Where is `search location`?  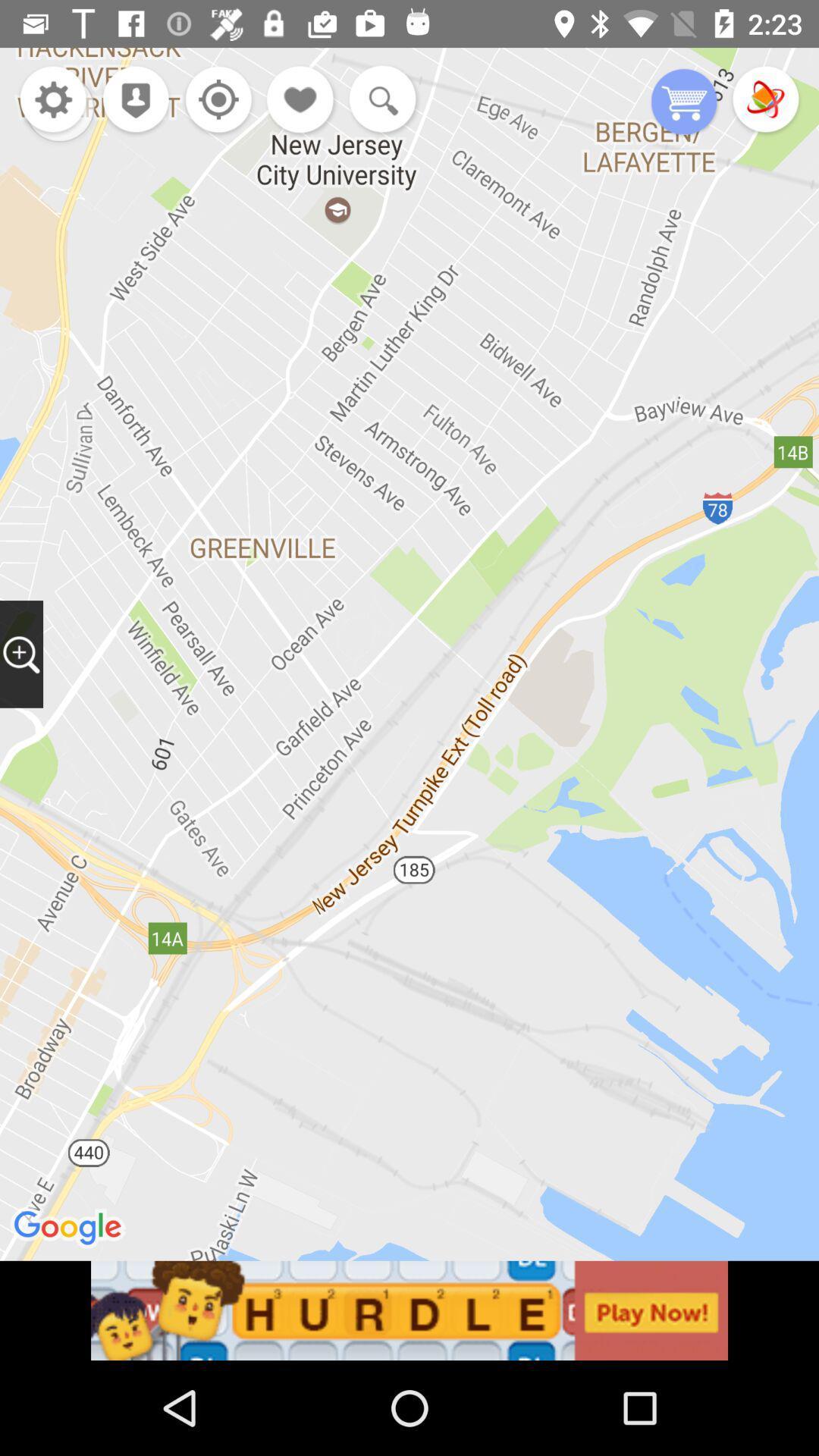
search location is located at coordinates (21, 654).